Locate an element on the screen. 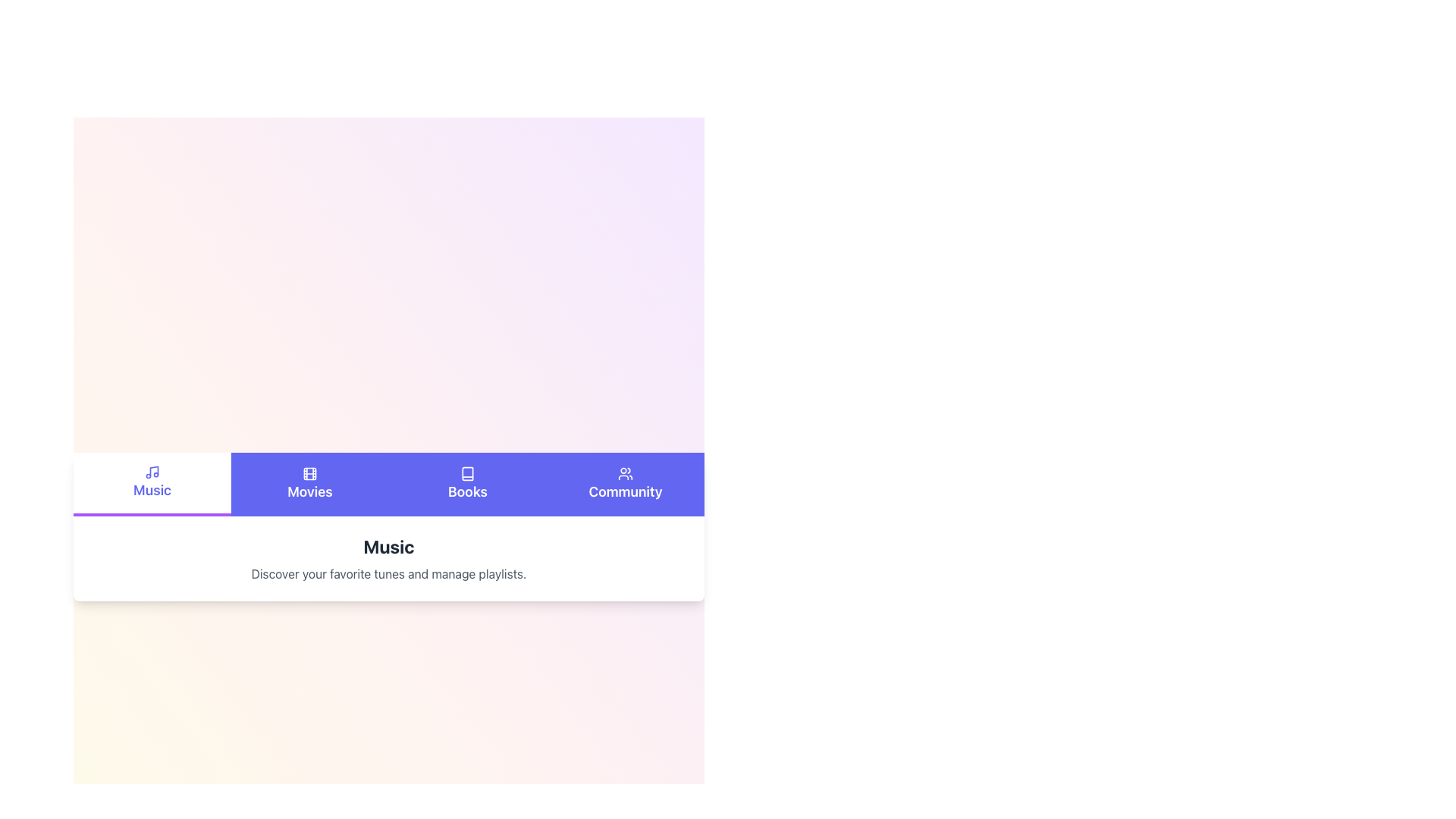 The height and width of the screenshot is (819, 1456). informational banner titled 'Music' which includes the description 'Discover your favorite tunes and manage playlists.' This banner is located below the navigation bar and is center-aligned is located at coordinates (389, 558).